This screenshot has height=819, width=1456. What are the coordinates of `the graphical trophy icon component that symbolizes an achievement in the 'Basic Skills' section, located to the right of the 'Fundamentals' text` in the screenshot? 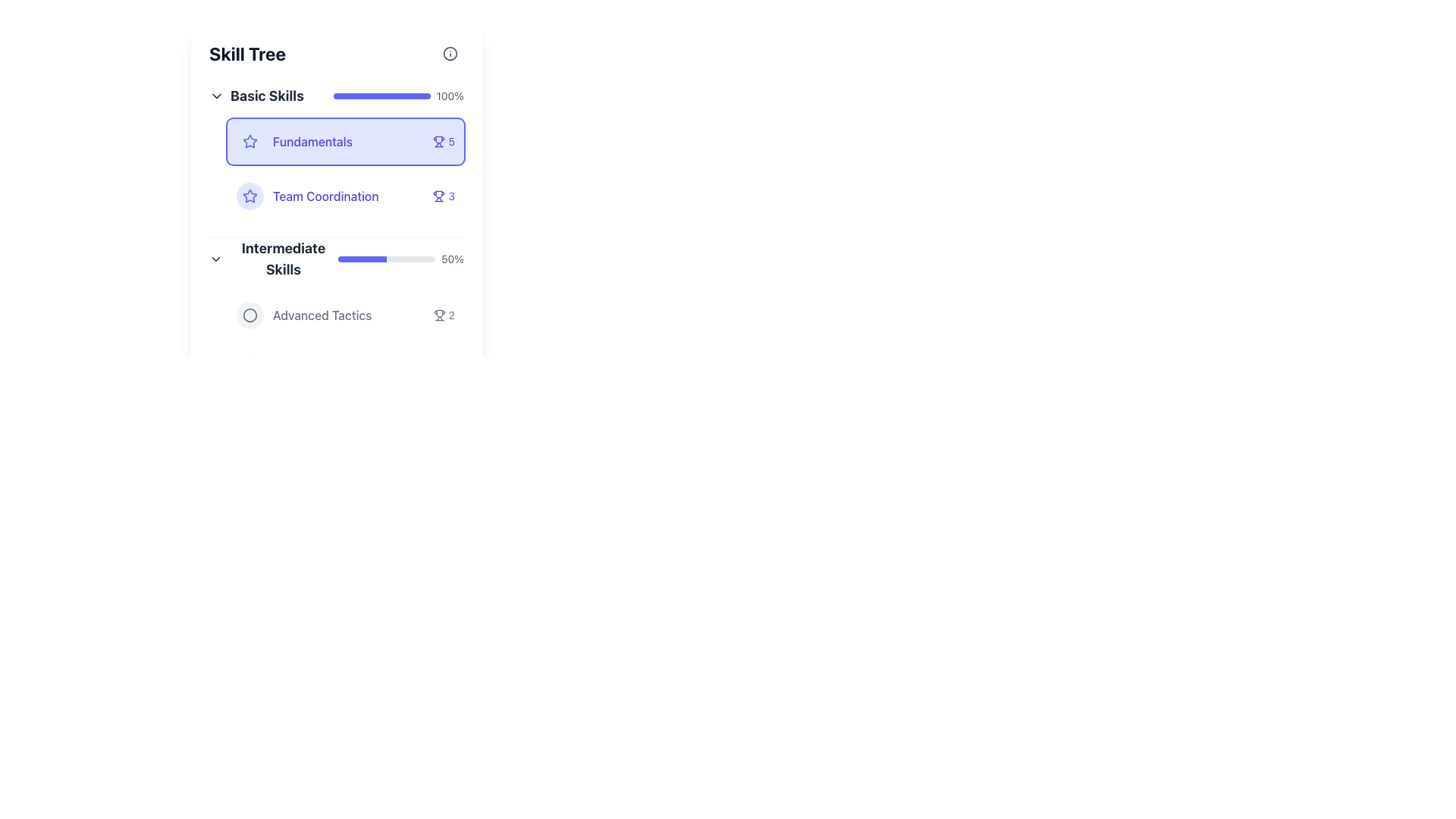 It's located at (438, 193).